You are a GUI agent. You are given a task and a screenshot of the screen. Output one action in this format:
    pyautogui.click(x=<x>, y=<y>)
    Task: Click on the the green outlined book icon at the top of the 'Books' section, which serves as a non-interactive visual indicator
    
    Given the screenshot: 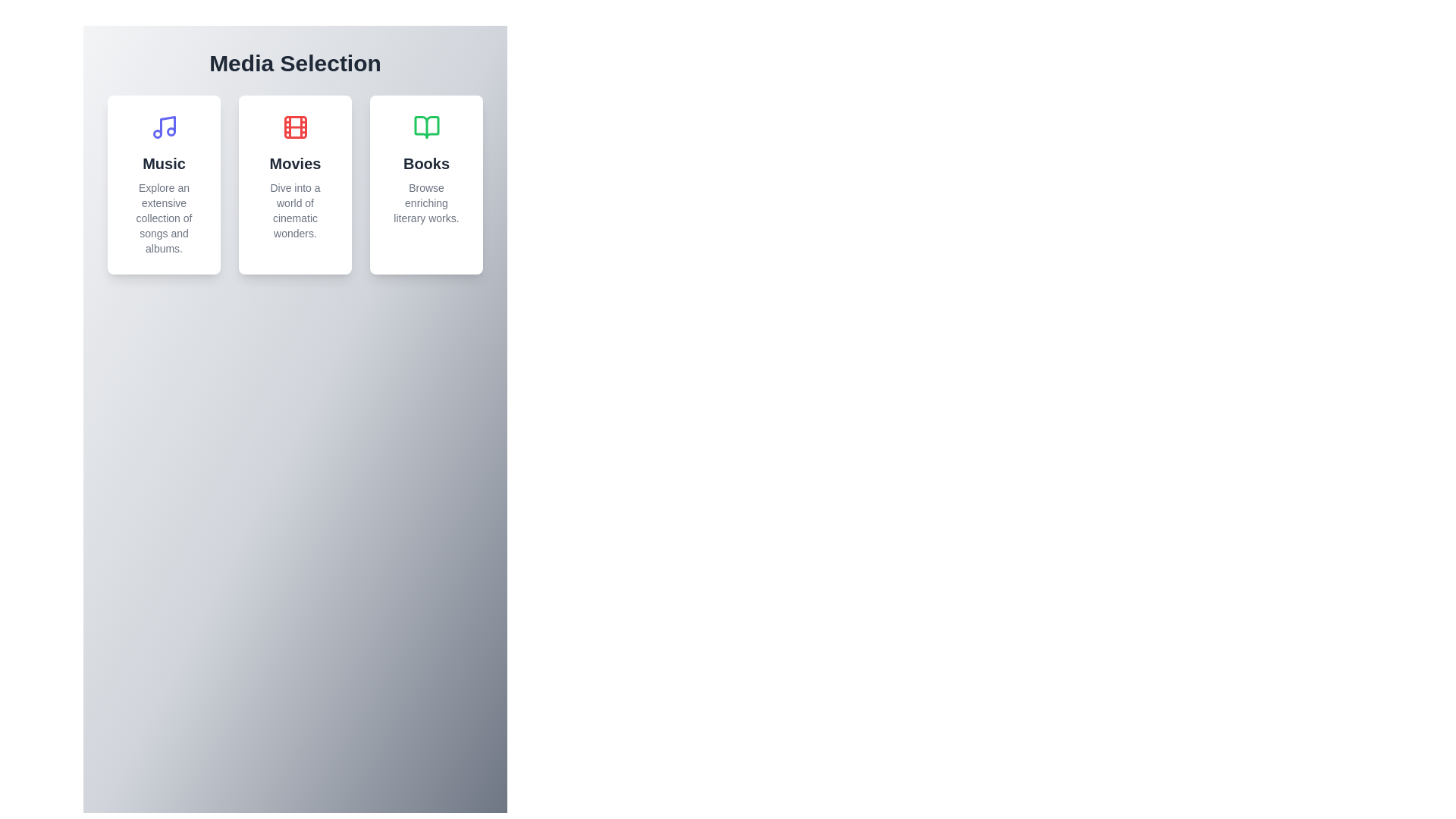 What is the action you would take?
    pyautogui.click(x=425, y=127)
    